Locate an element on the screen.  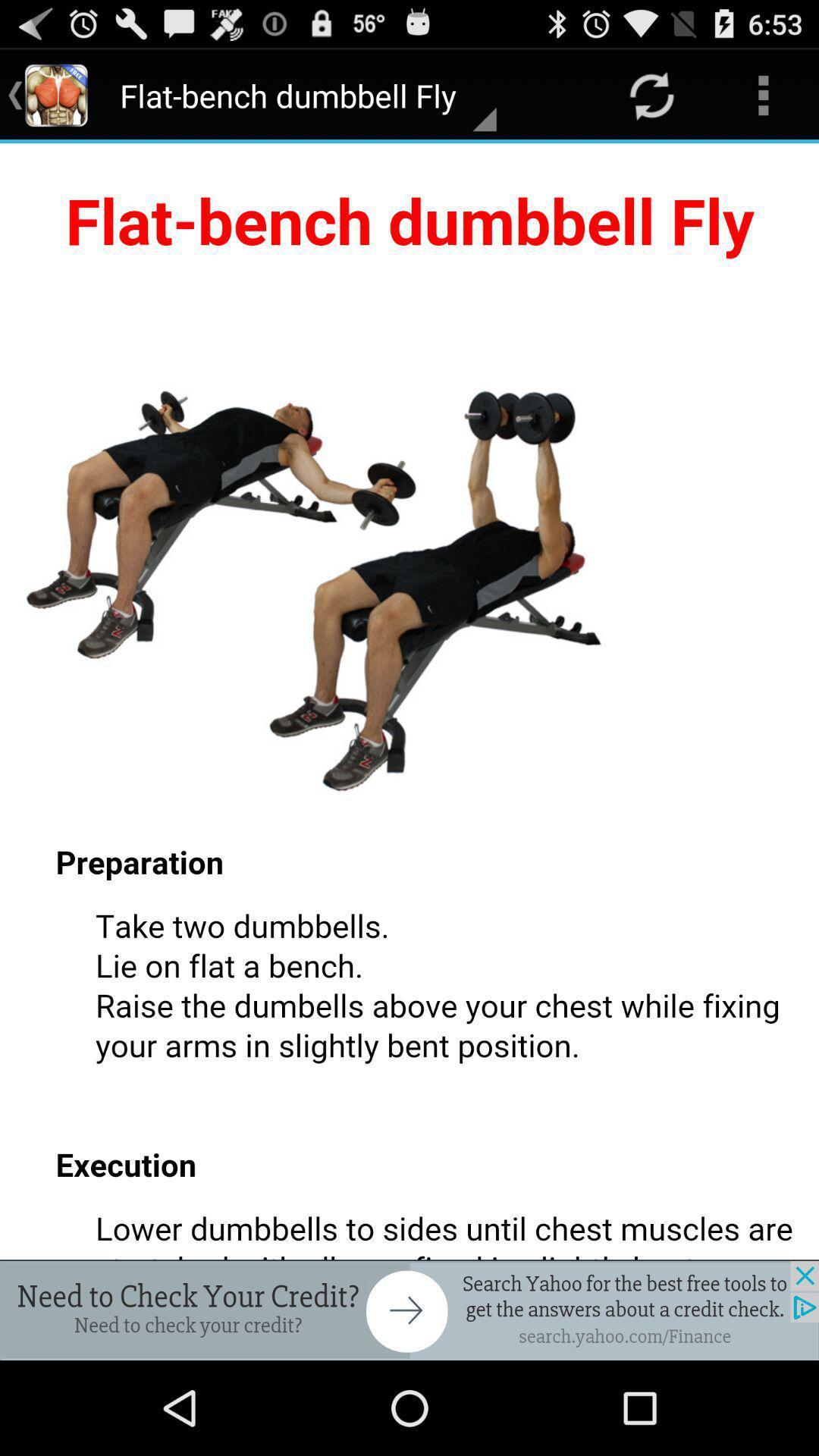
advertisement banner is located at coordinates (409, 1310).